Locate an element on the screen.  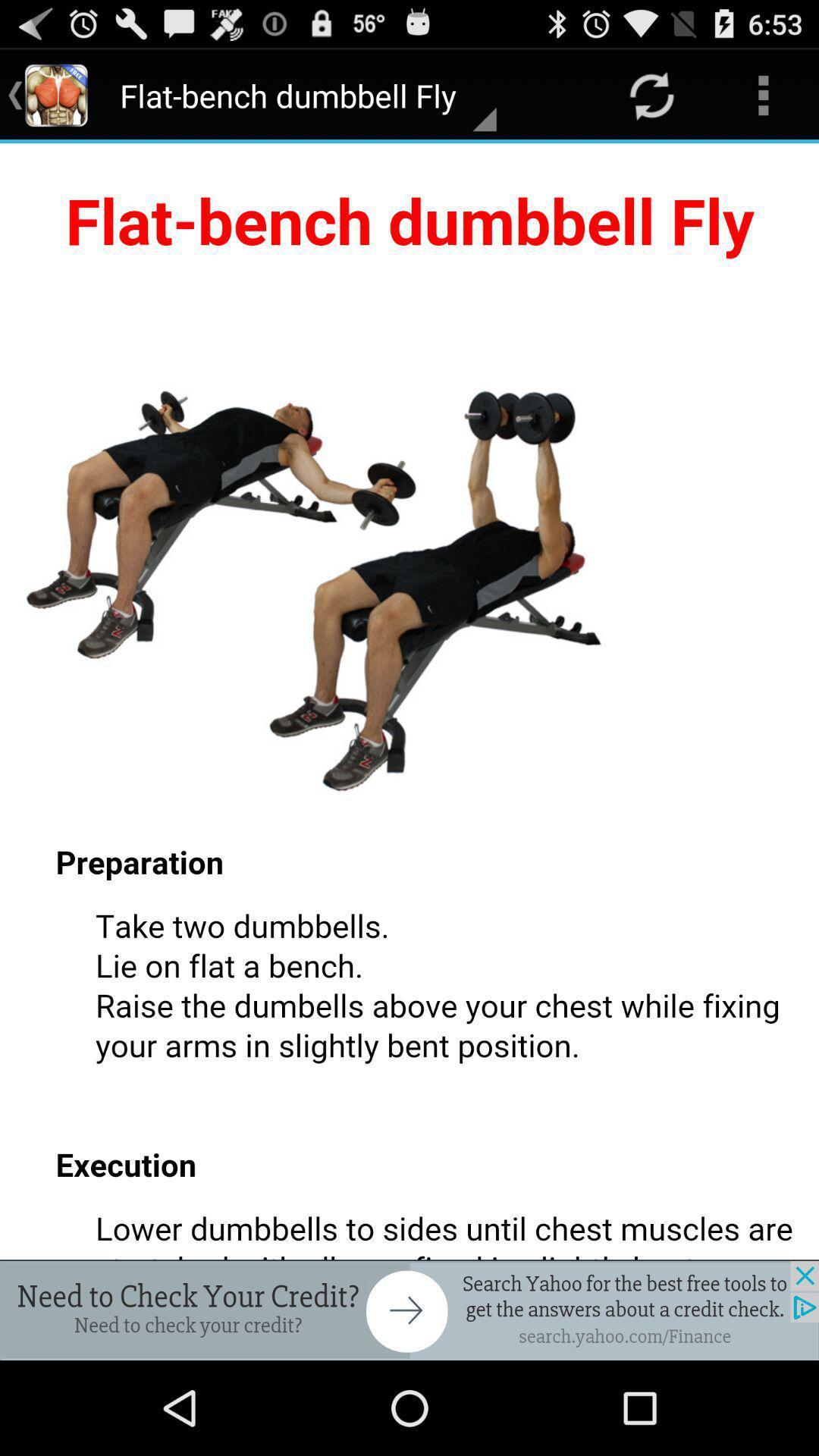
advertisement banner is located at coordinates (409, 1310).